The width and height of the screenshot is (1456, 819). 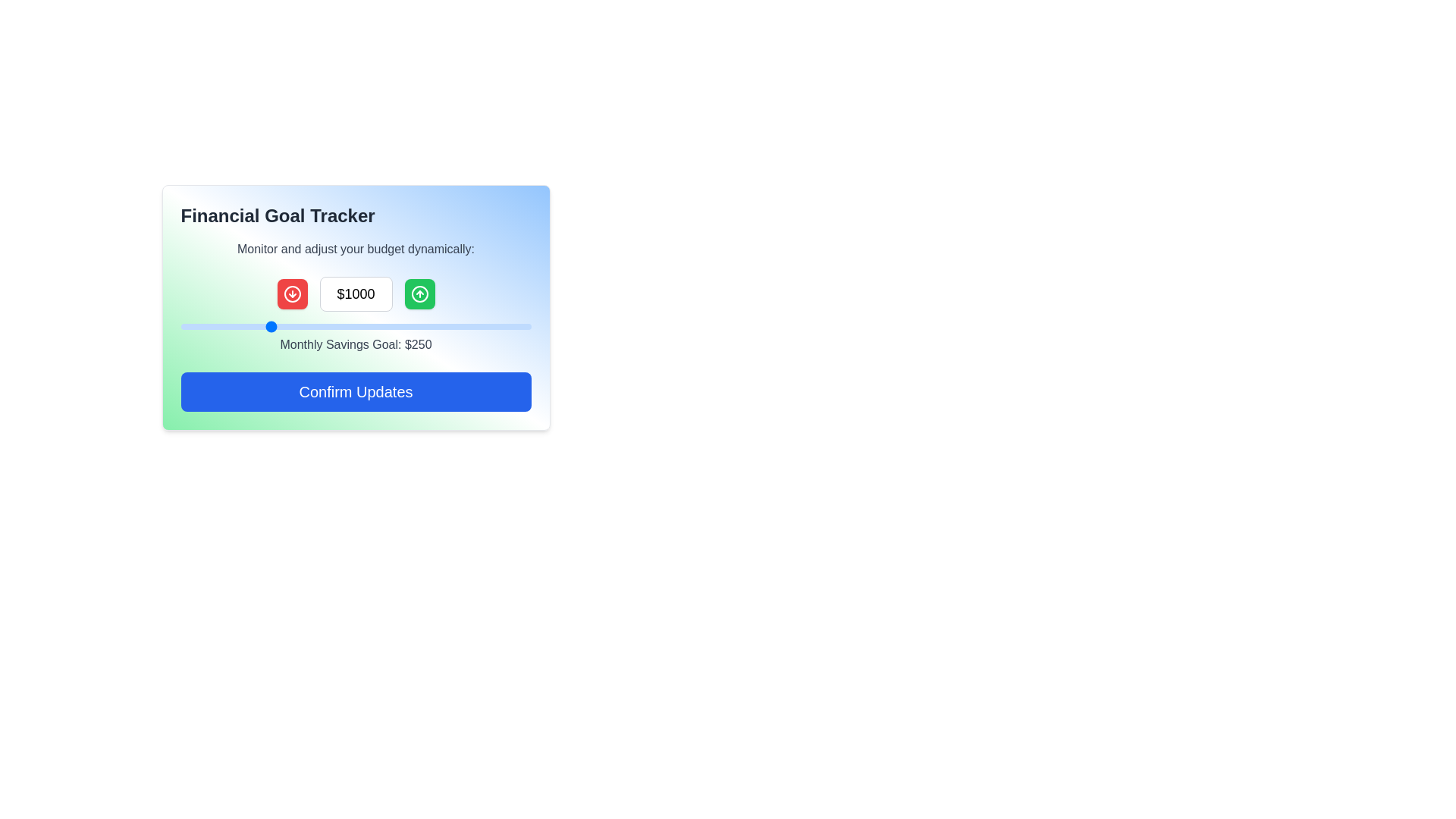 What do you see at coordinates (191, 326) in the screenshot?
I see `the monthly savings goal` at bounding box center [191, 326].